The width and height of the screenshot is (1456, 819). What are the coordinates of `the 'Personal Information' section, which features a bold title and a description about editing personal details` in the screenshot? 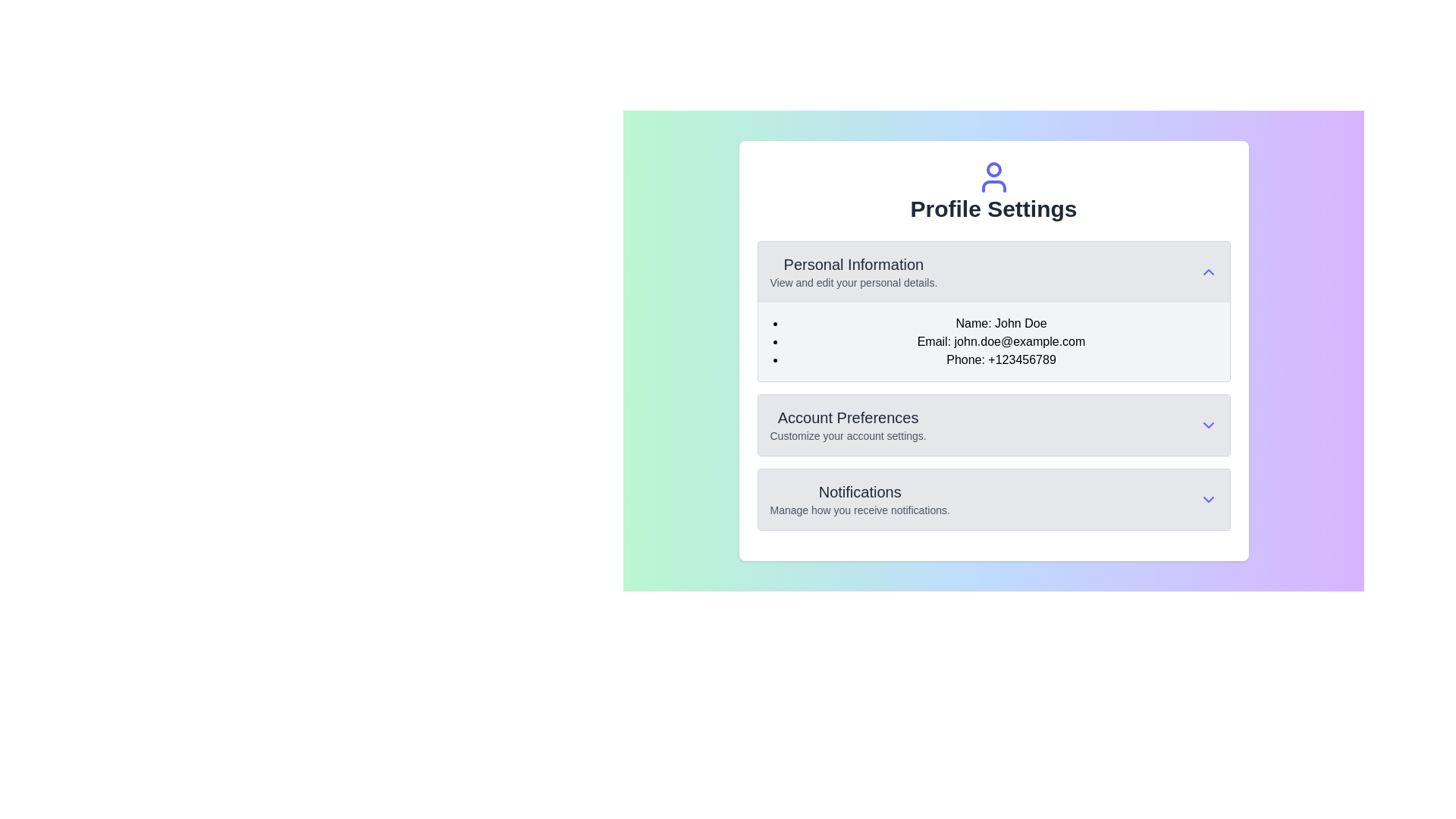 It's located at (853, 271).